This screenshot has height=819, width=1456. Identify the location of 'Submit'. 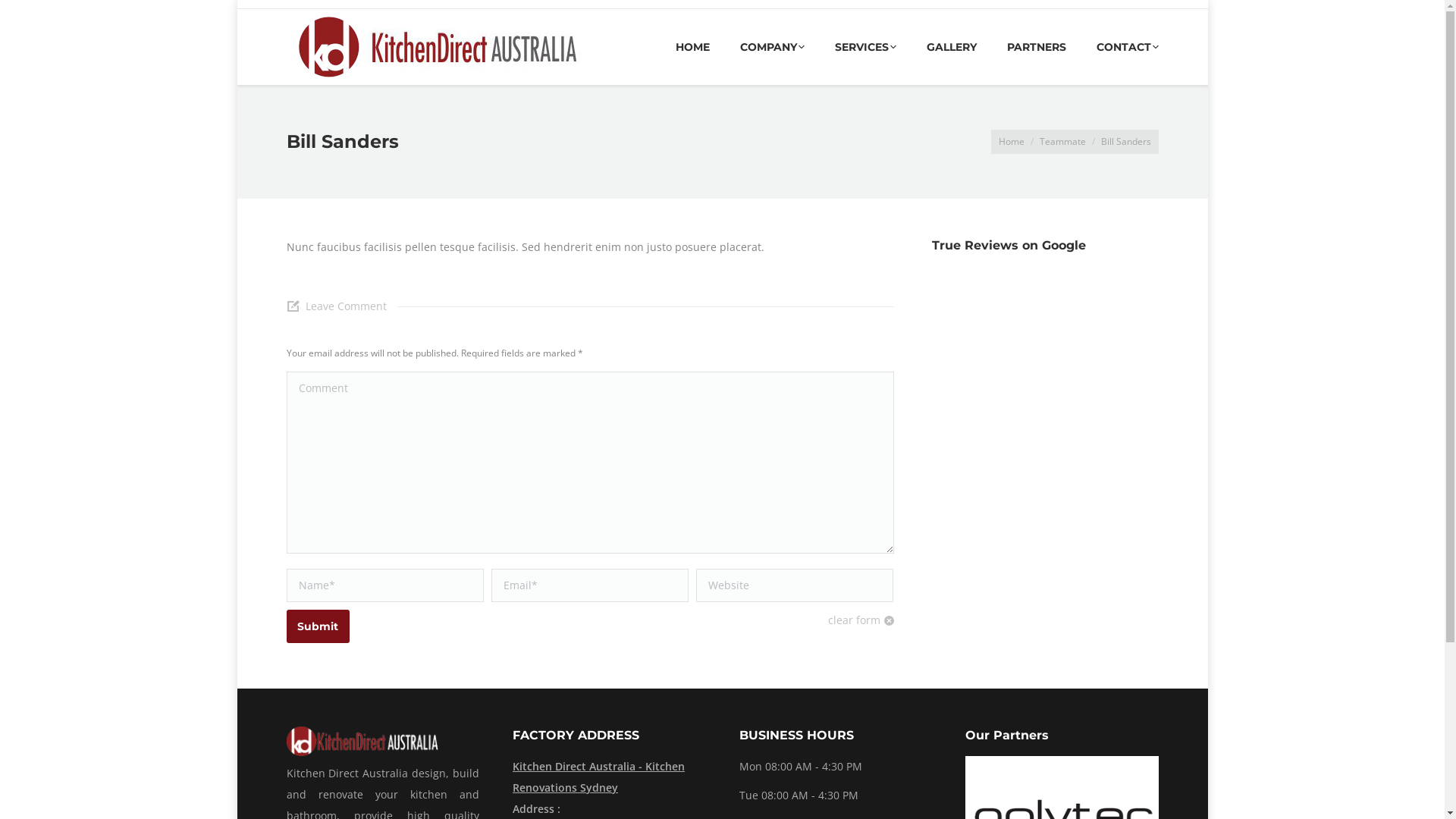
(317, 626).